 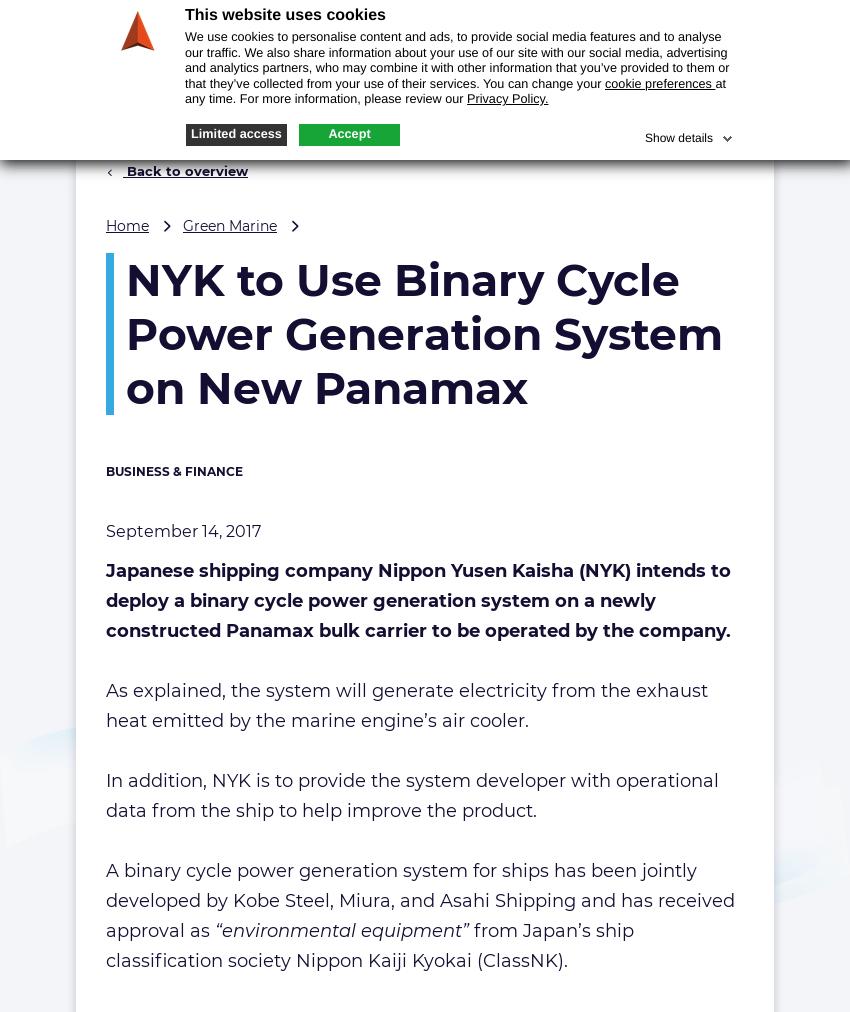 What do you see at coordinates (454, 89) in the screenshot?
I see `'at any time. For more information, please review our'` at bounding box center [454, 89].